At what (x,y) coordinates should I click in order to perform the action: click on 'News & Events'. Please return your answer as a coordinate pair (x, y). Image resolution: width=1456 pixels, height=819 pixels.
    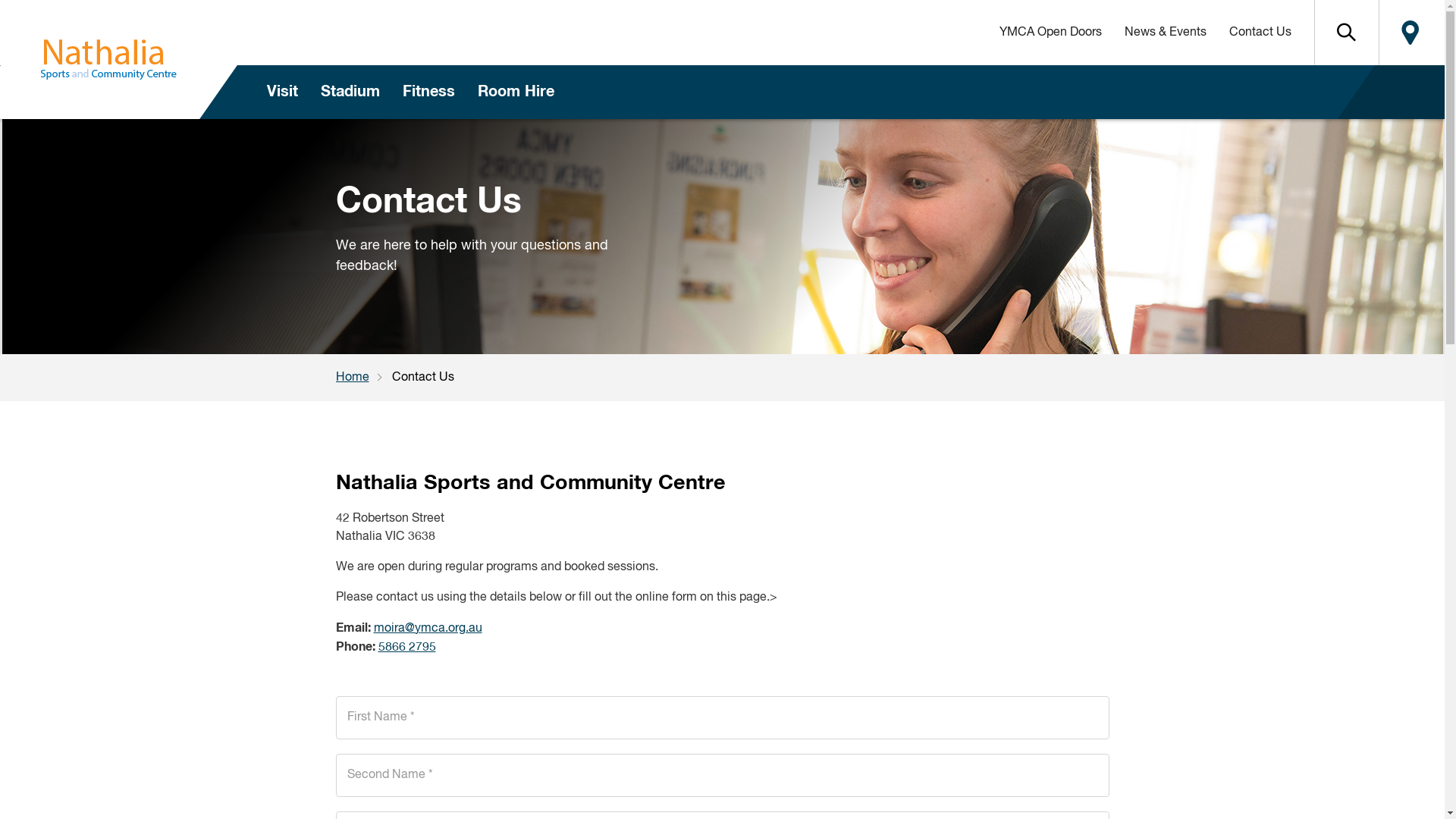
    Looking at the image, I should click on (1164, 32).